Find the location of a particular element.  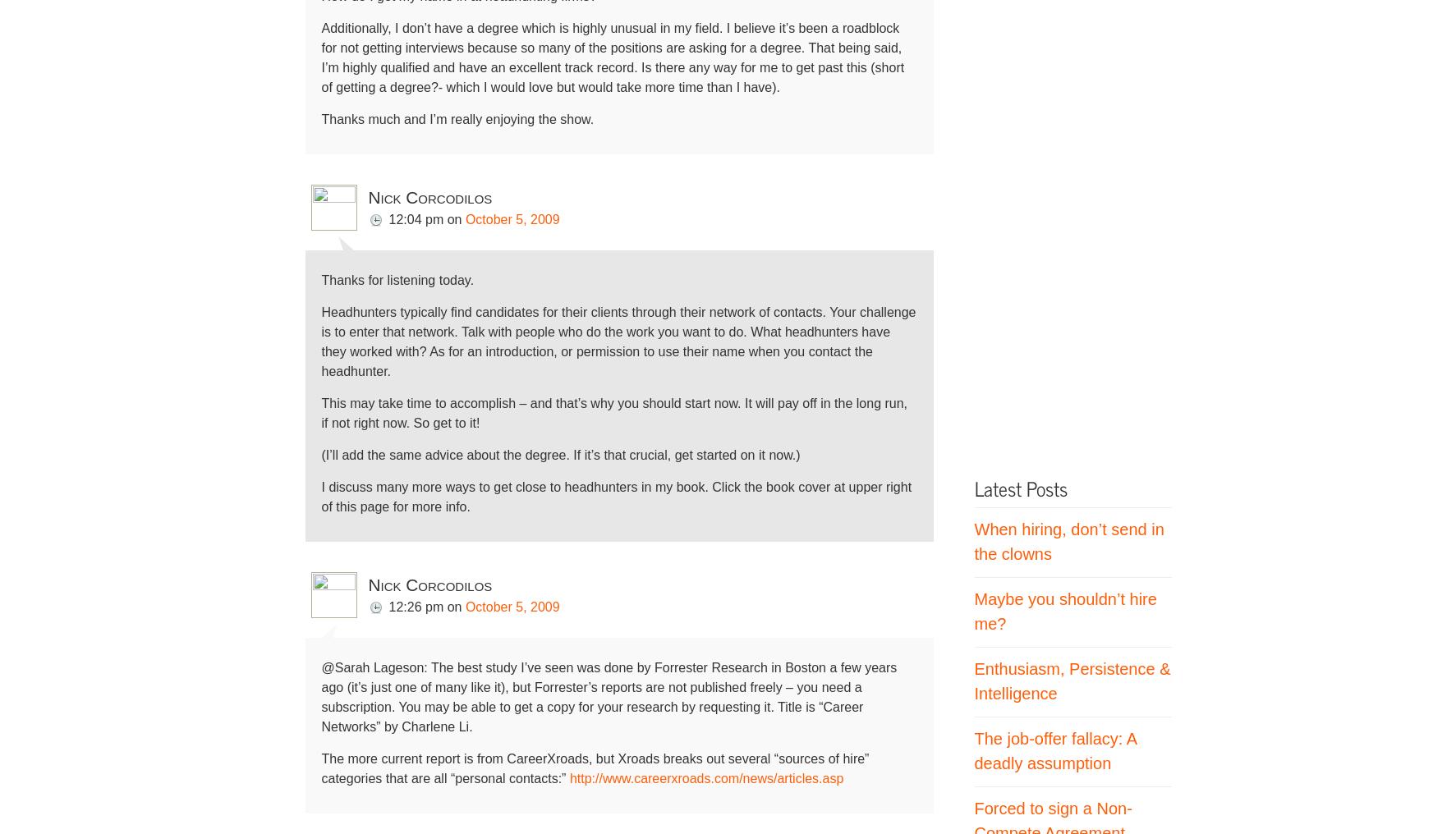

'12:04 pm' is located at coordinates (416, 218).